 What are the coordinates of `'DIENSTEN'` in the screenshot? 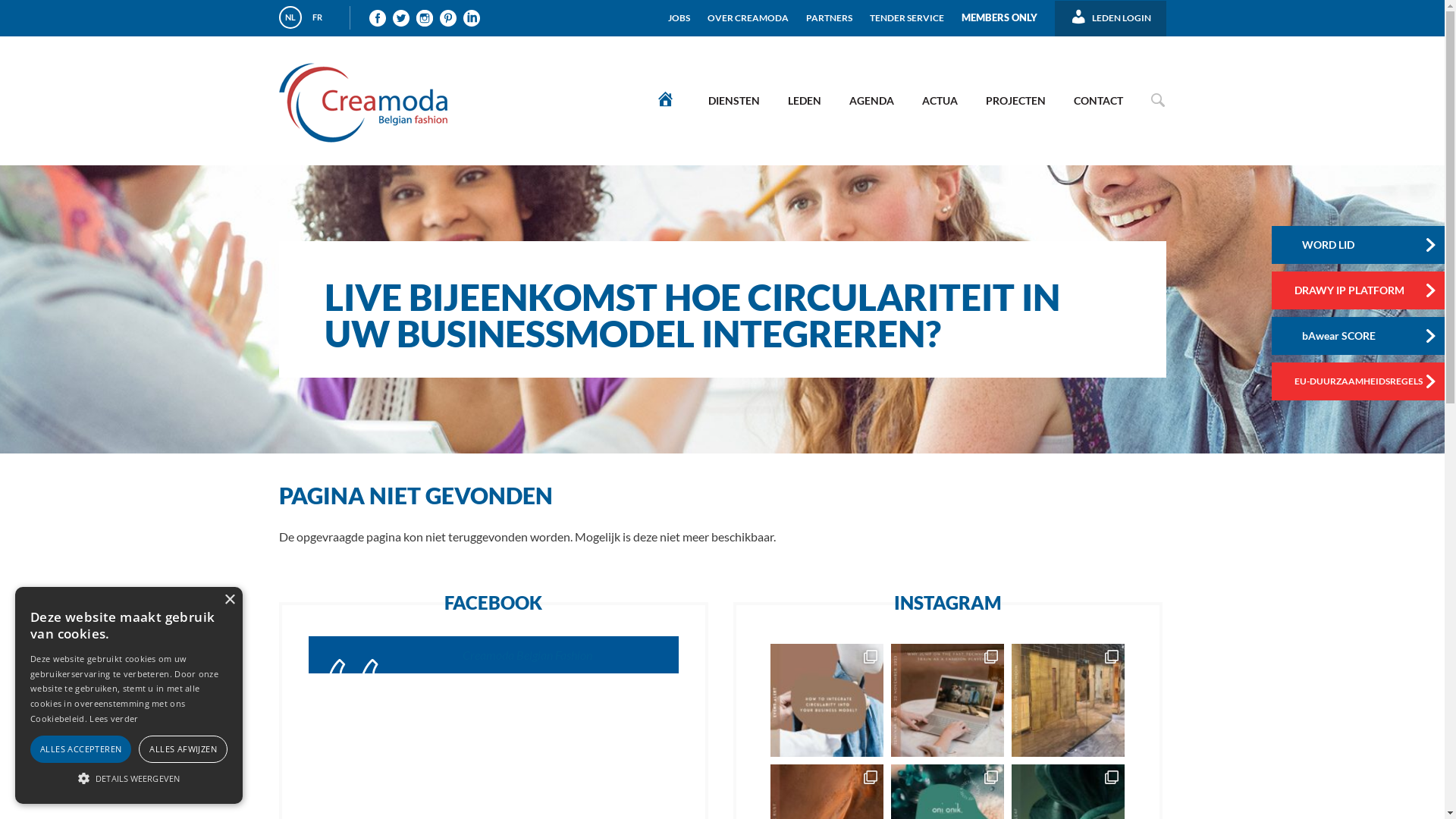 It's located at (733, 100).